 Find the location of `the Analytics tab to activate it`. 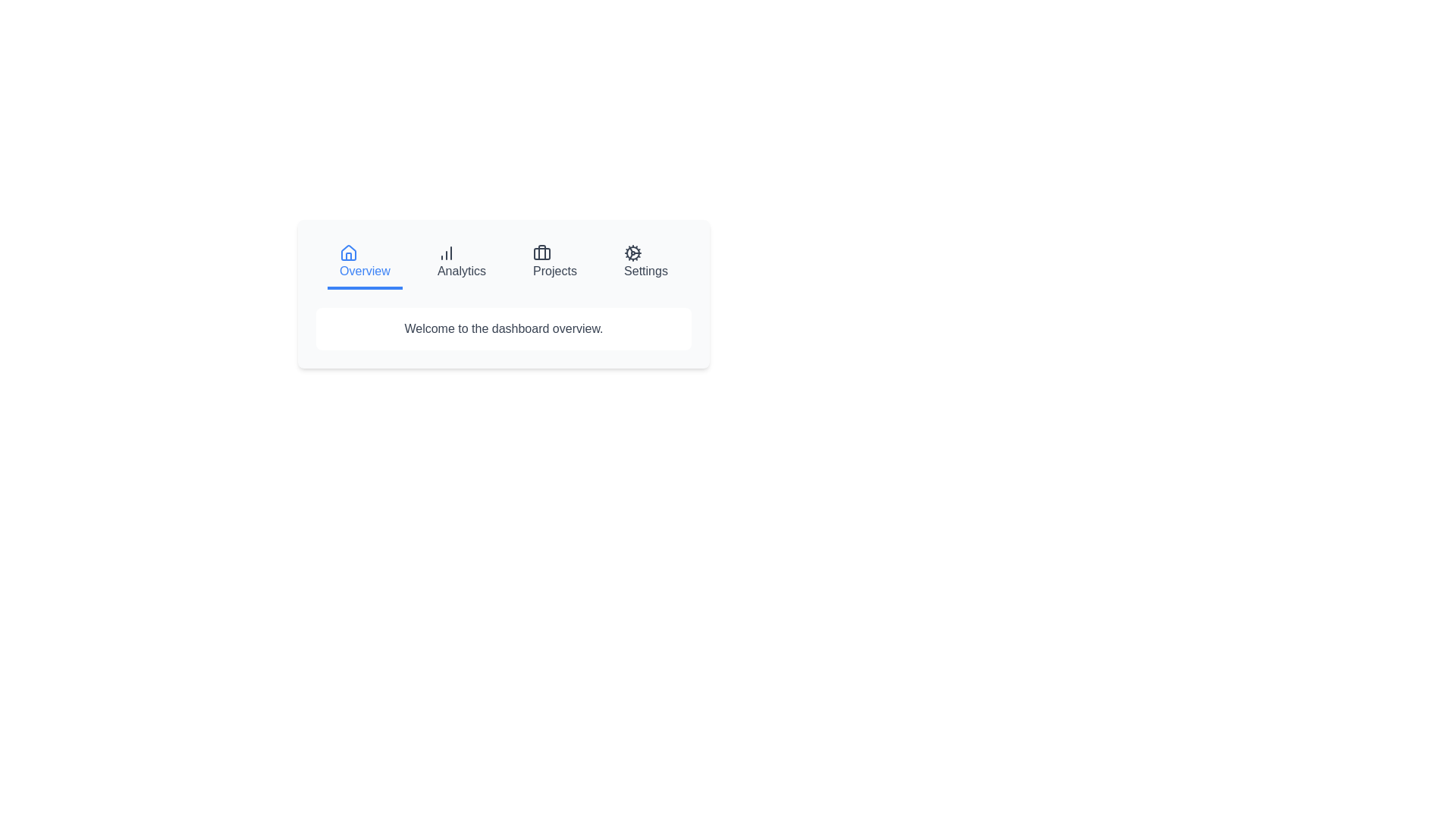

the Analytics tab to activate it is located at coordinates (461, 262).